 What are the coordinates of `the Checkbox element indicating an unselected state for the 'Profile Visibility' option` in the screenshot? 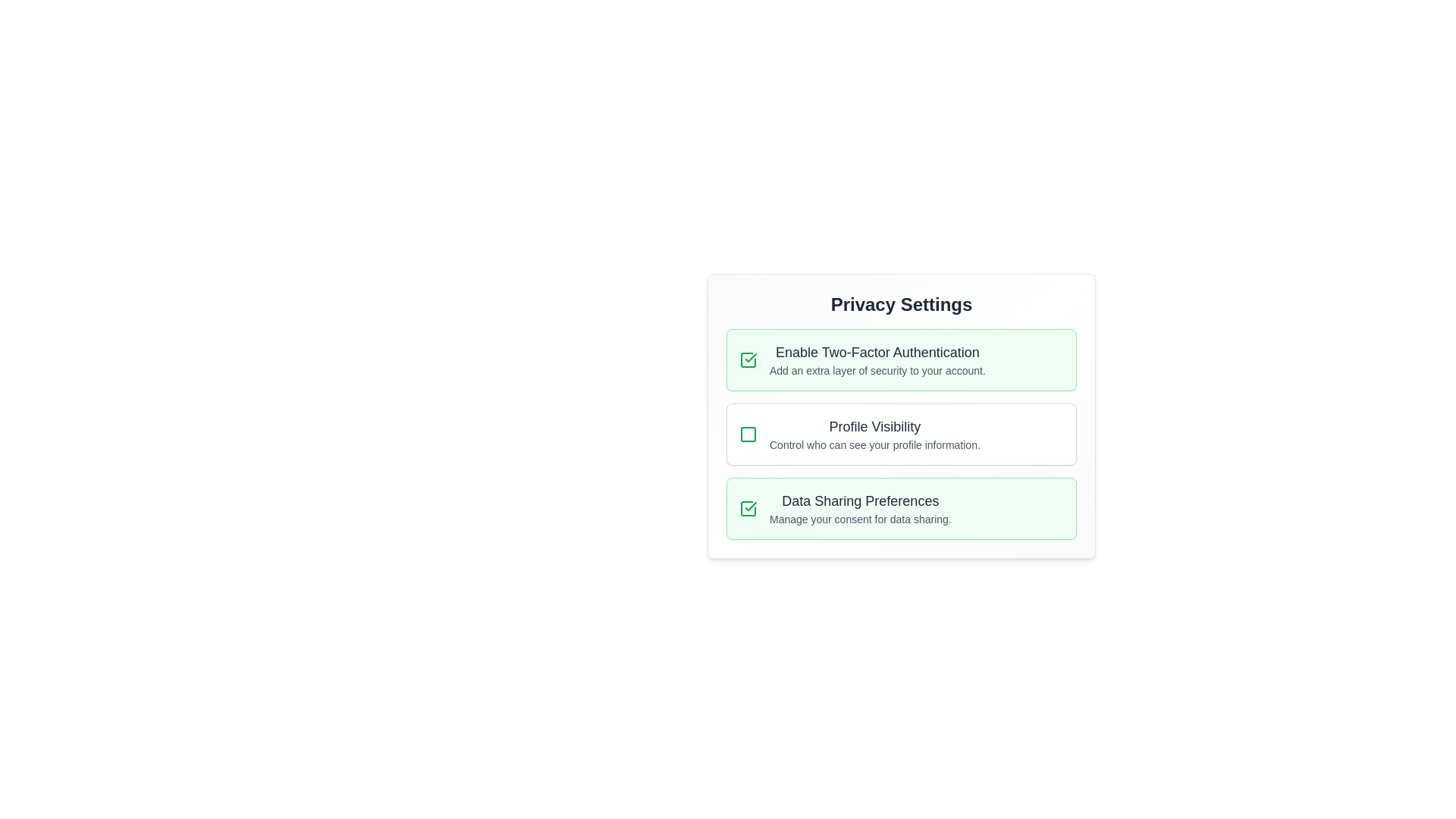 It's located at (748, 435).